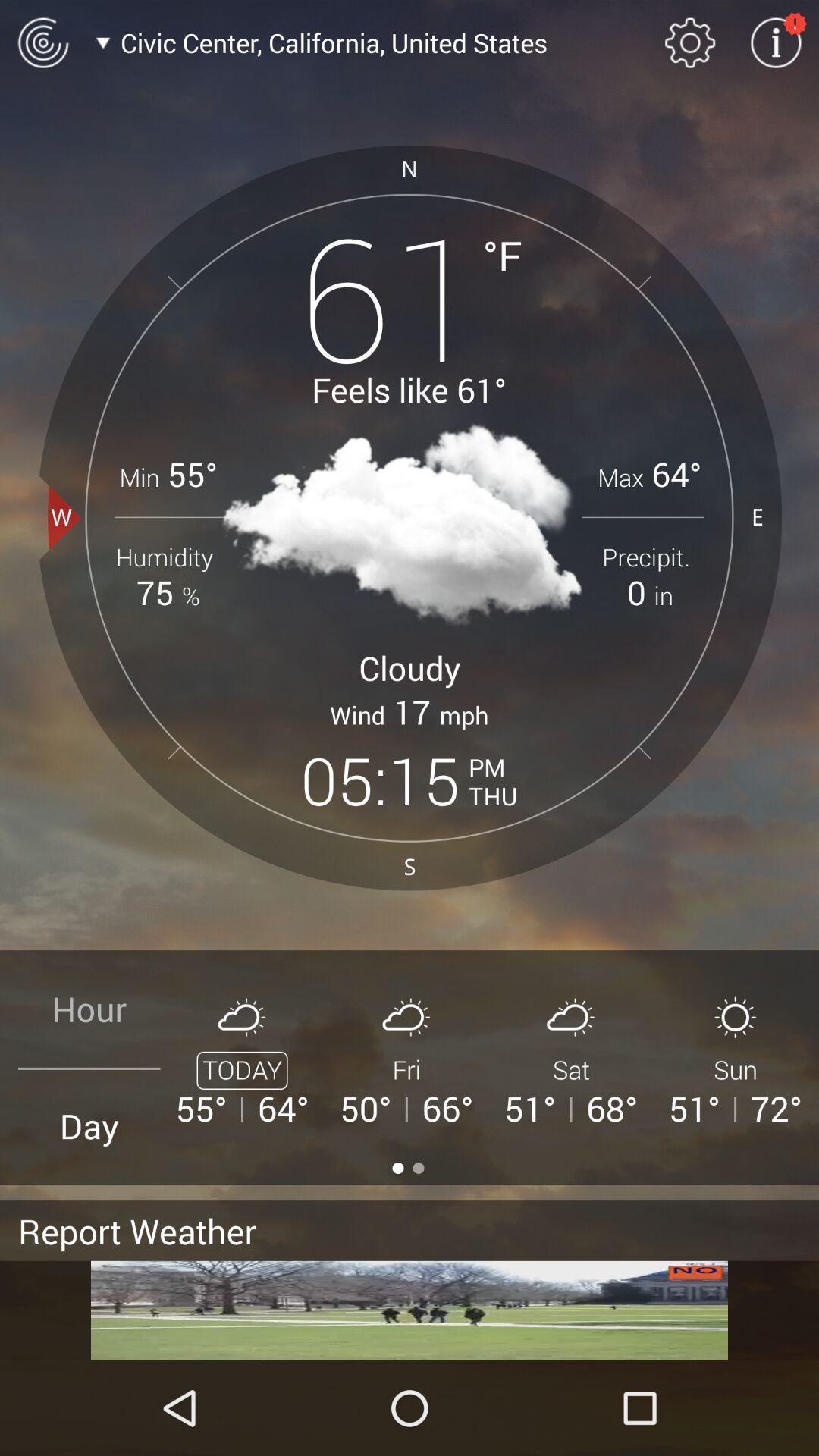 This screenshot has height=1456, width=819. Describe the element at coordinates (690, 42) in the screenshot. I see `settings menu` at that location.